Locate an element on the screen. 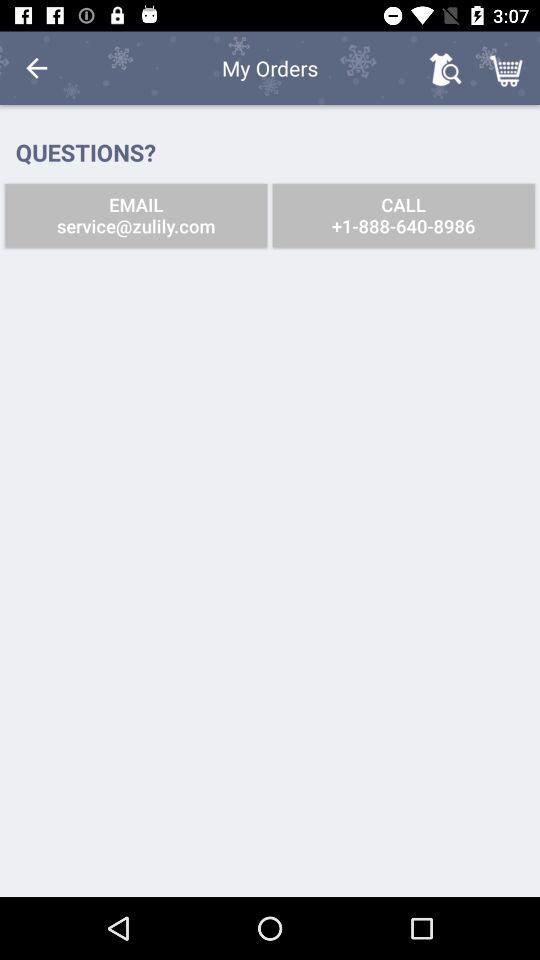 The width and height of the screenshot is (540, 960). icon to the left of call 1 888 icon is located at coordinates (135, 215).